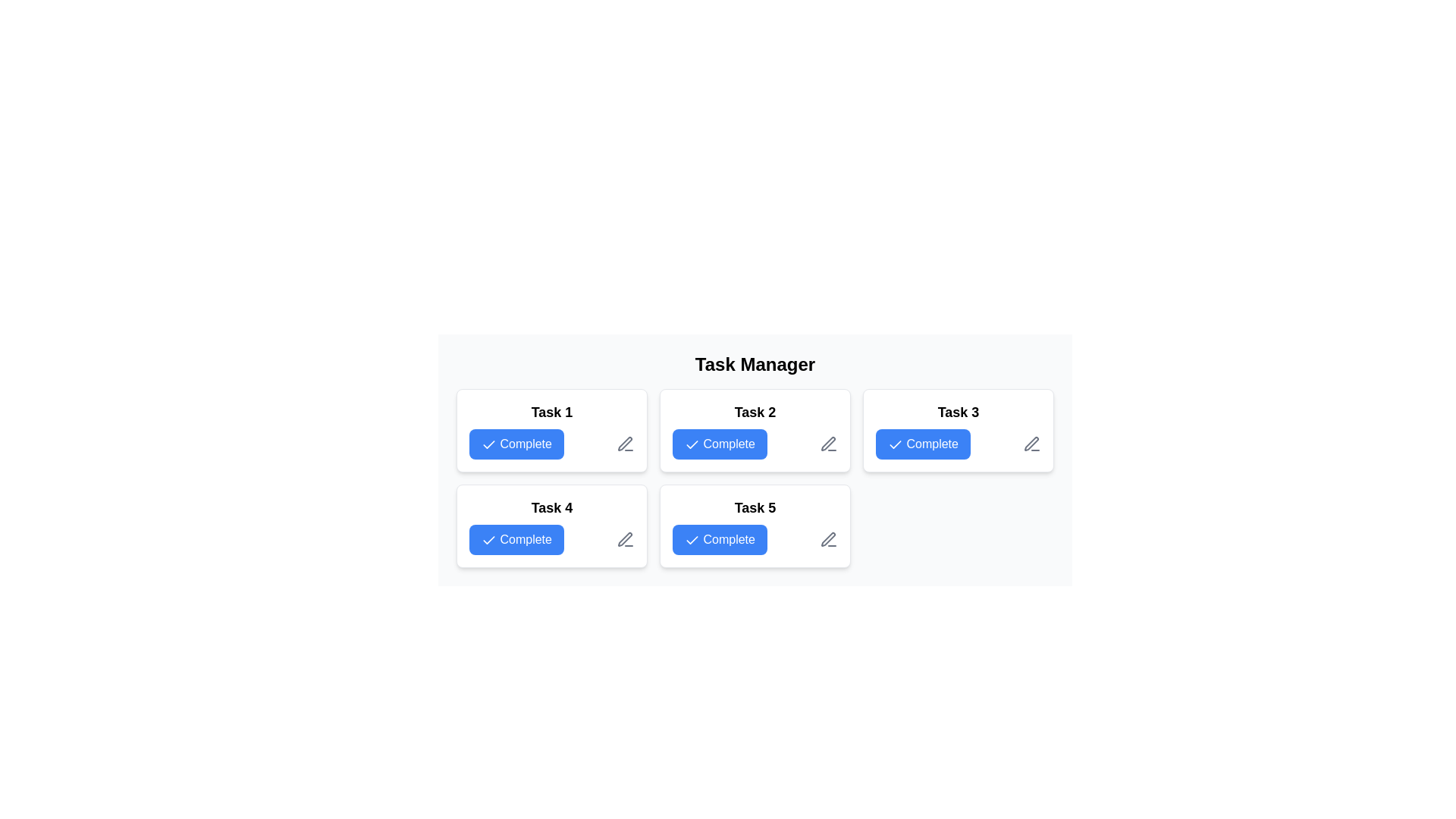 The image size is (1456, 819). I want to click on the SVG icon inside the 'Complete' button located under 'Task 4' in the task grid layout, so click(488, 539).